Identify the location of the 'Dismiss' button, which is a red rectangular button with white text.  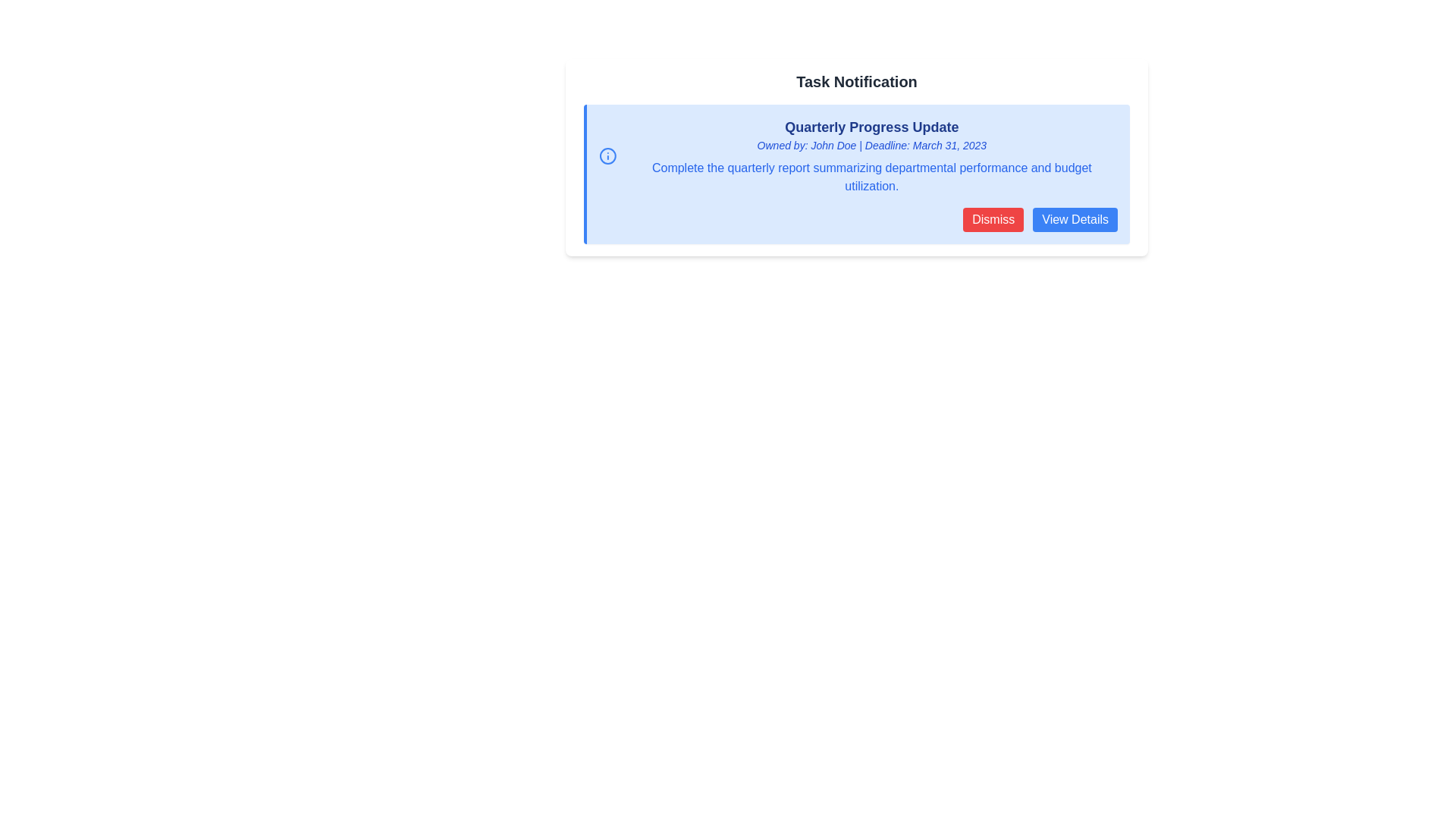
(993, 219).